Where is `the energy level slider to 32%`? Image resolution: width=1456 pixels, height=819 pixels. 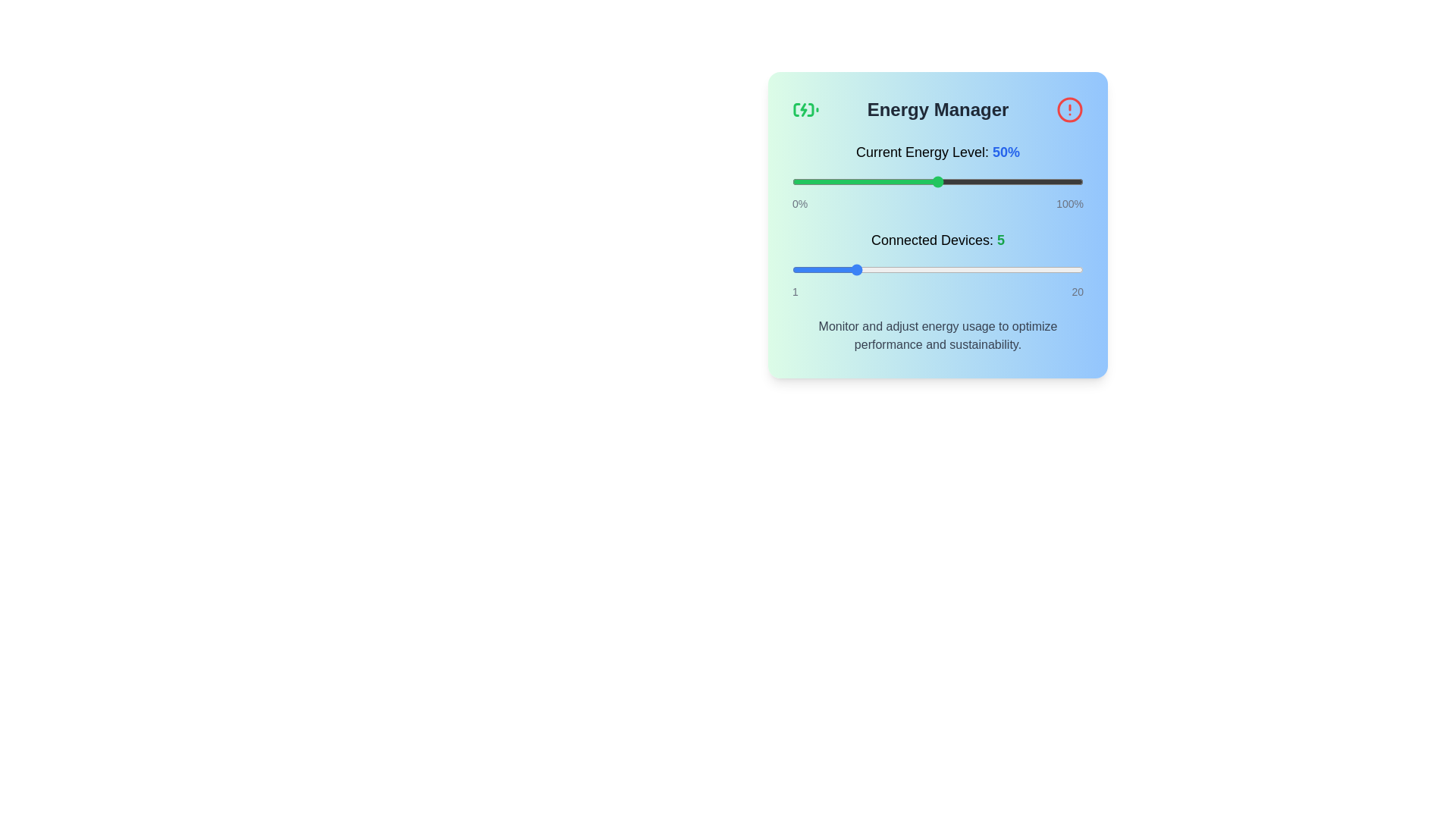
the energy level slider to 32% is located at coordinates (885, 180).